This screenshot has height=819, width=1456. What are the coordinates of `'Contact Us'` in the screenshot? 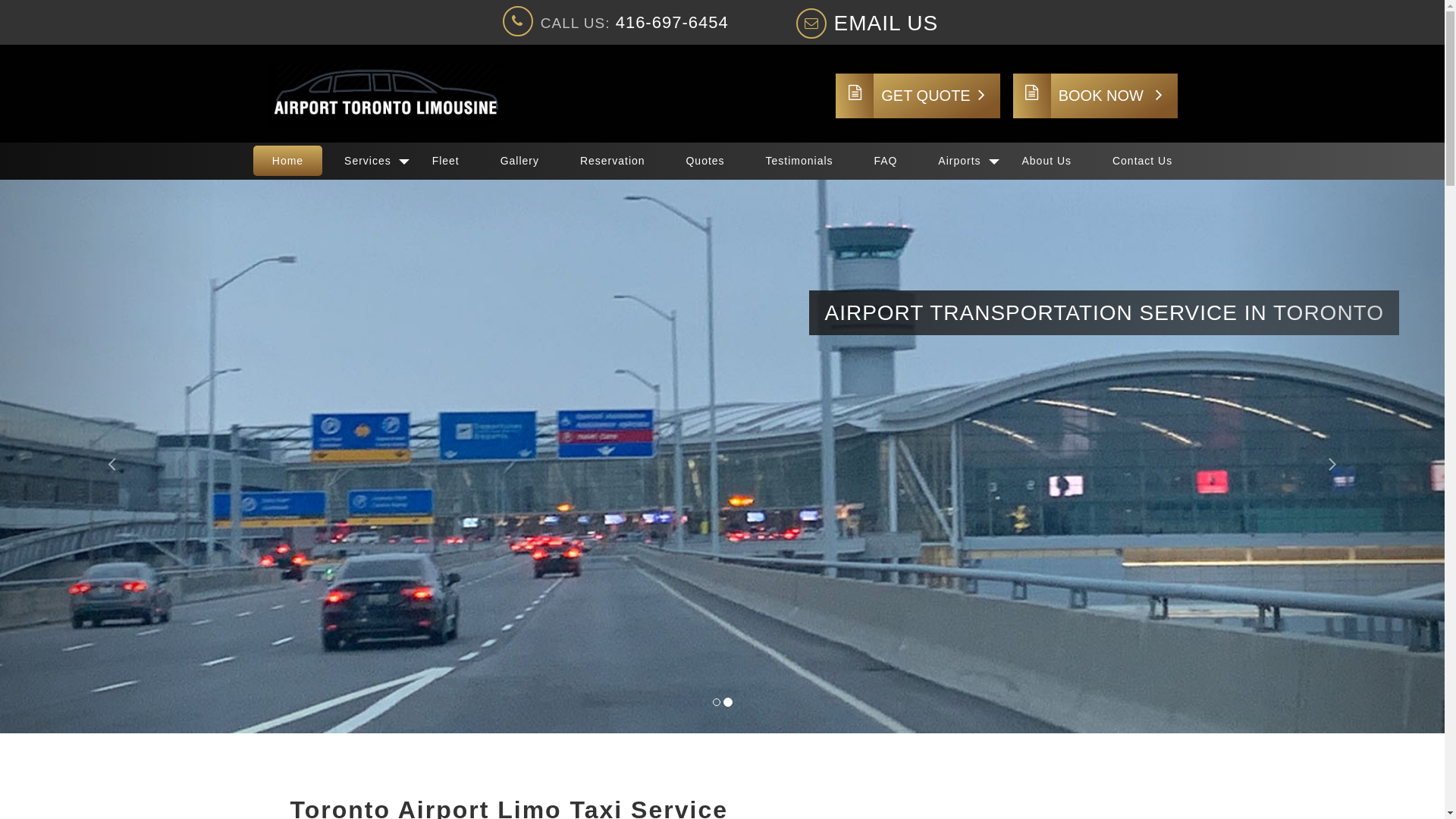 It's located at (1142, 161).